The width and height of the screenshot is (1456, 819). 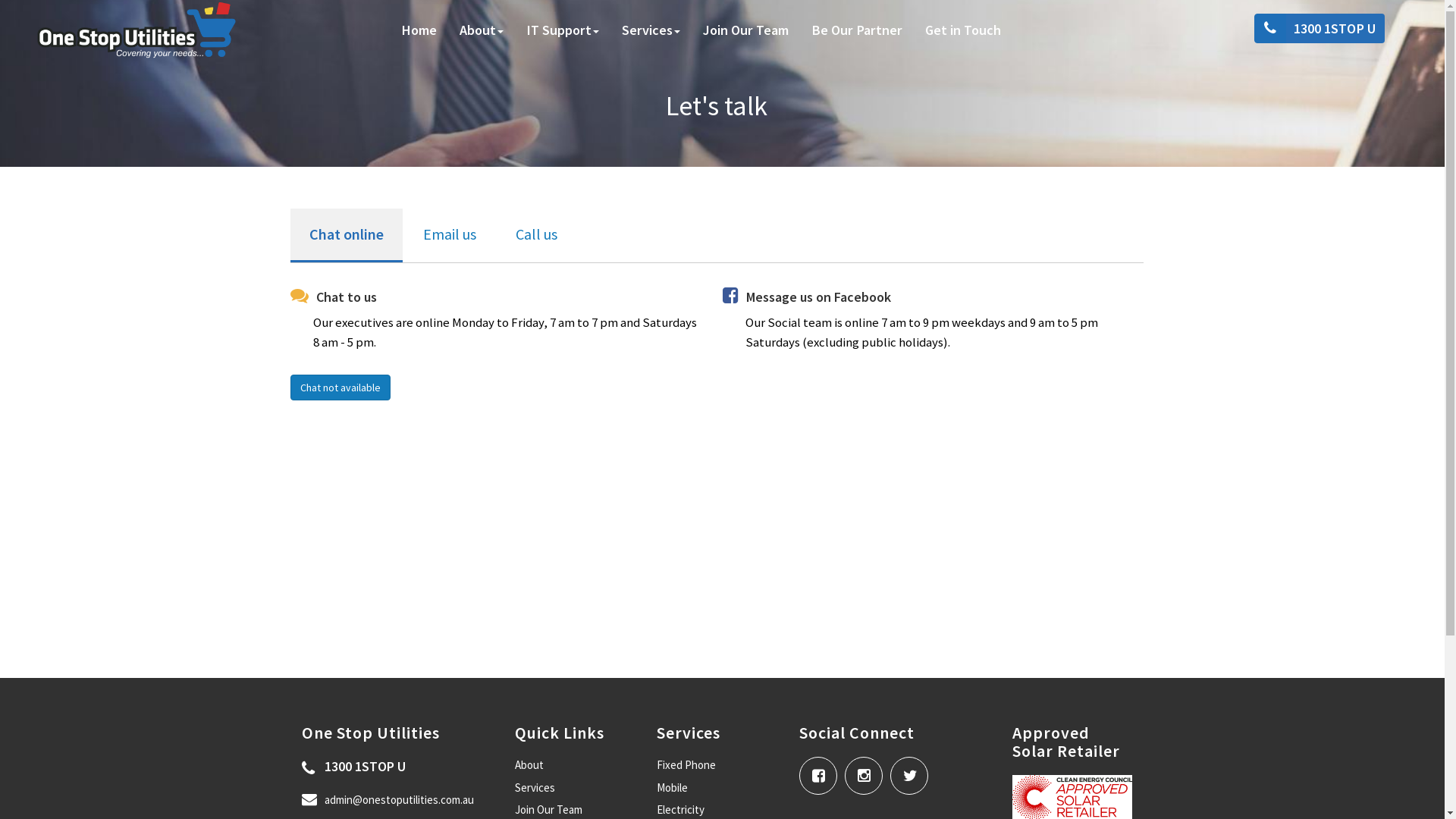 What do you see at coordinates (671, 786) in the screenshot?
I see `'Mobile'` at bounding box center [671, 786].